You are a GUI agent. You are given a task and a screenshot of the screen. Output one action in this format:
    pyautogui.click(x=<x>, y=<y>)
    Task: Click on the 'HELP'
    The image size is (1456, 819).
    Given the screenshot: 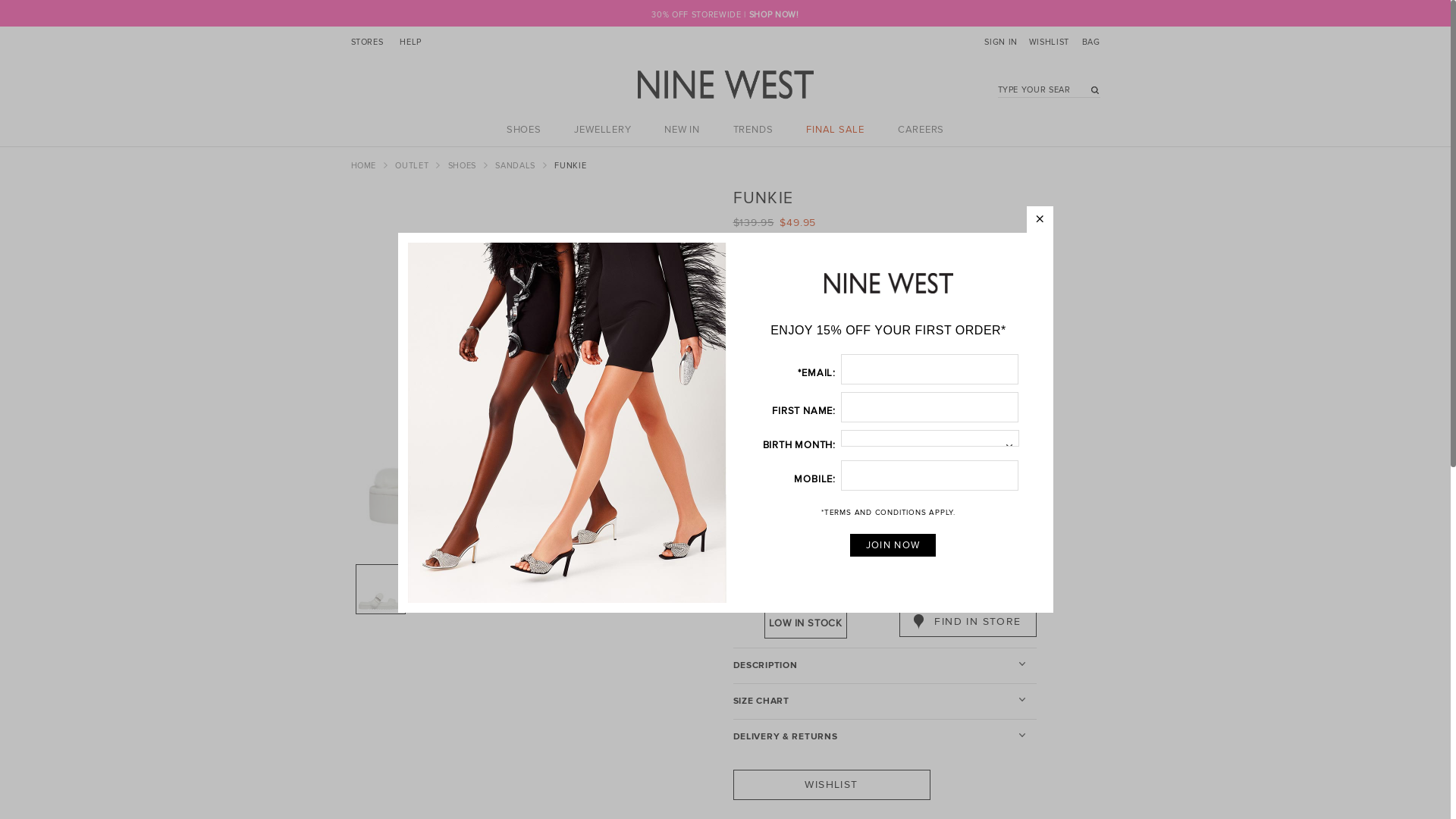 What is the action you would take?
    pyautogui.click(x=410, y=42)
    